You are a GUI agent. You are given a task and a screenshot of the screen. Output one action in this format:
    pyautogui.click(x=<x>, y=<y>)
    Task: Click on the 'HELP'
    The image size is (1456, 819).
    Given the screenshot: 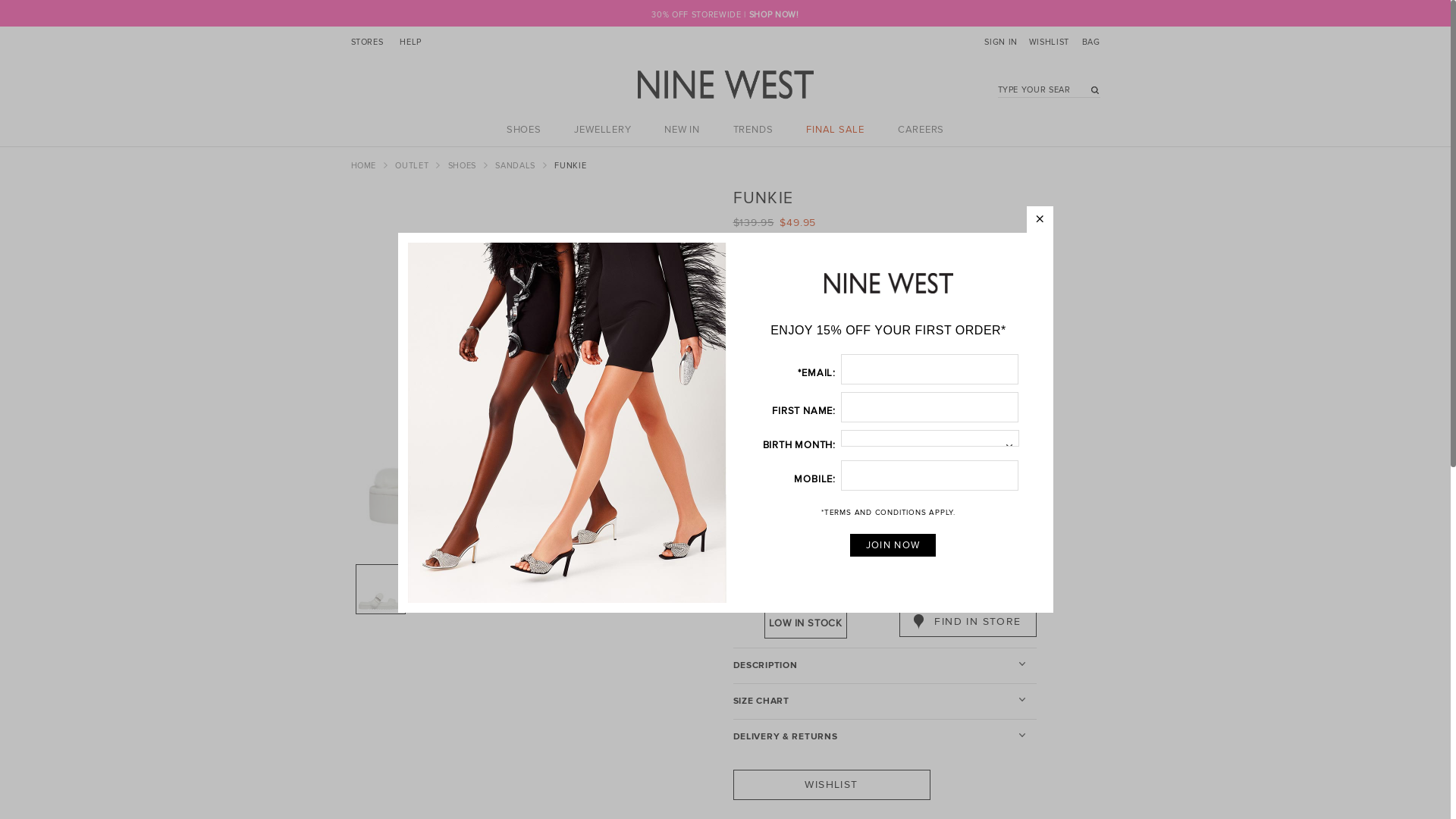 What is the action you would take?
    pyautogui.click(x=410, y=42)
    